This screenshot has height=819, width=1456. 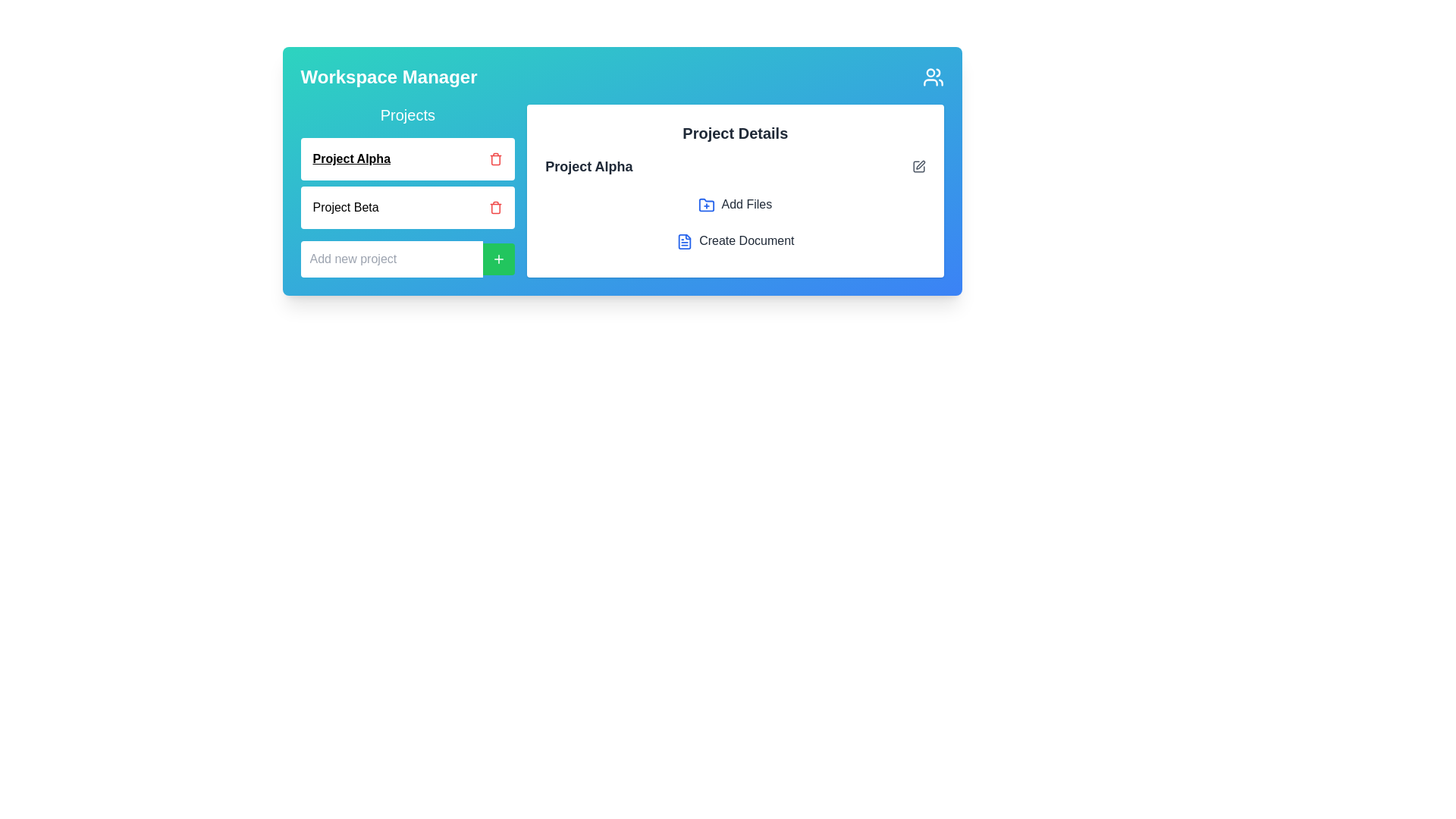 What do you see at coordinates (918, 166) in the screenshot?
I see `the edit icon button located in the top-right corner of the 'Project Details' section to initiate editing for 'Project Alpha'` at bounding box center [918, 166].